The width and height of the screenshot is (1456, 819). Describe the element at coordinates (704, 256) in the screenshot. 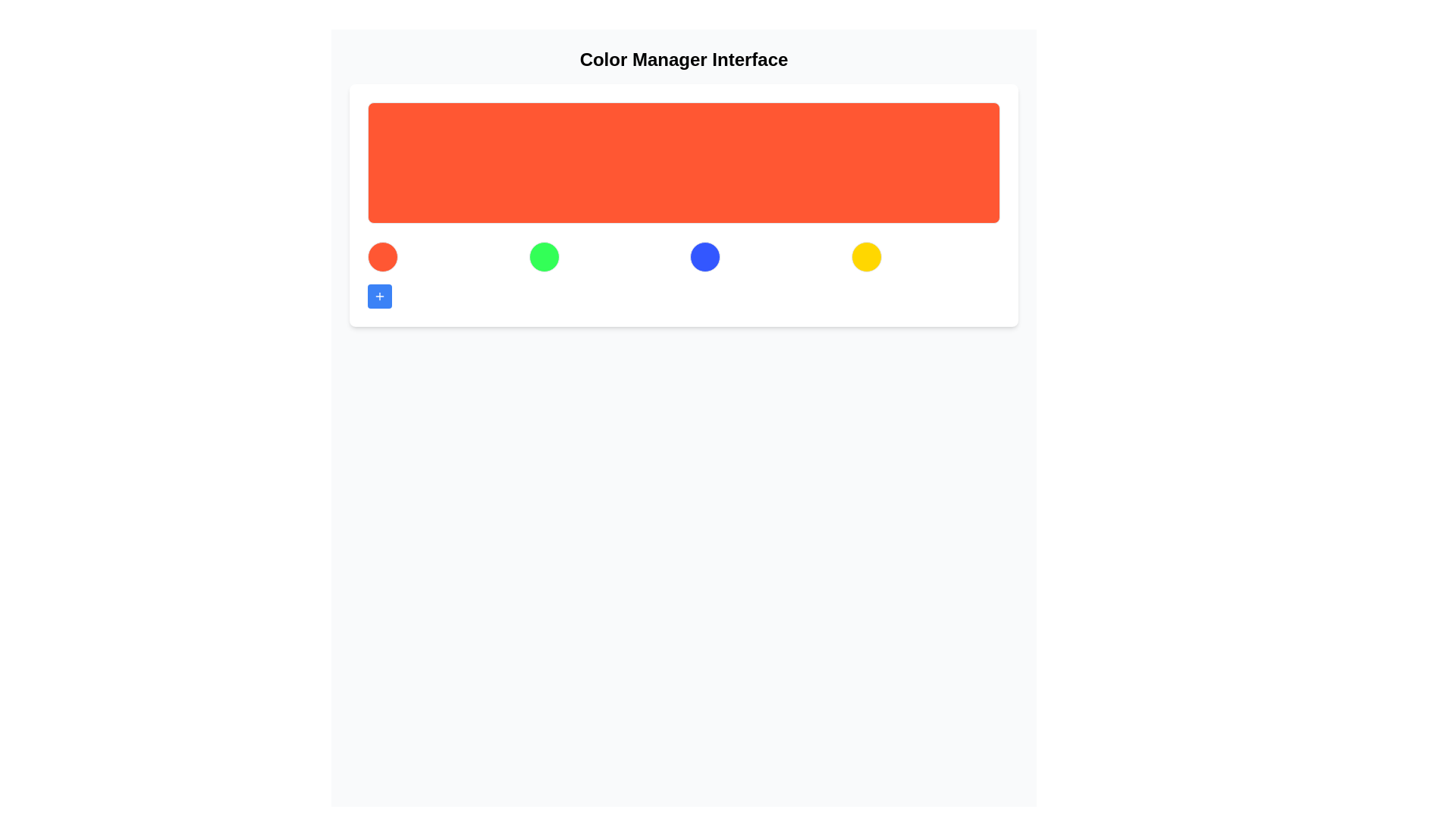

I see `the circular blue interactive button located in the horizontal row under the orange bar` at that location.